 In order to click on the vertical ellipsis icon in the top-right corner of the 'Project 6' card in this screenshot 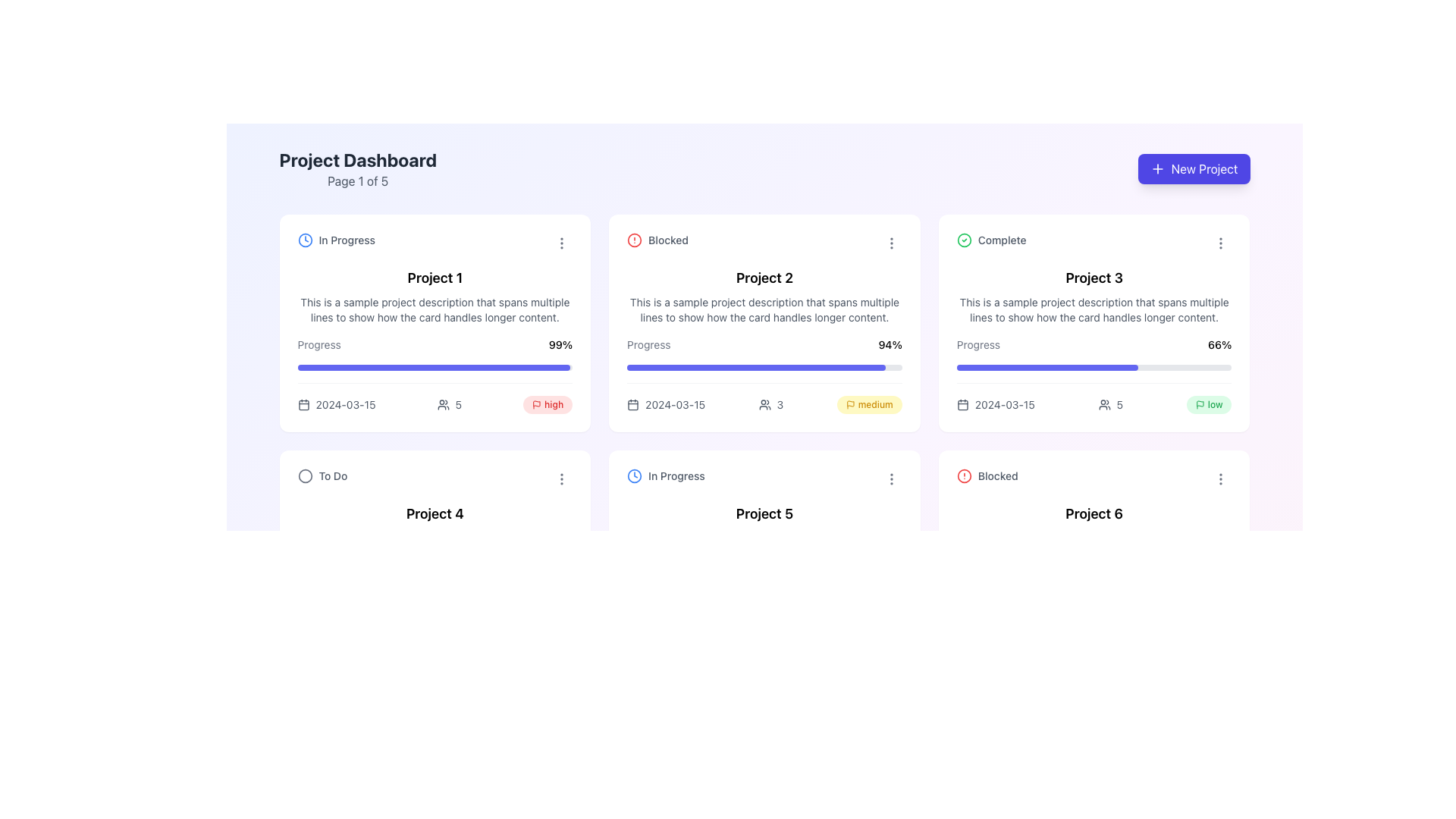, I will do `click(1221, 479)`.